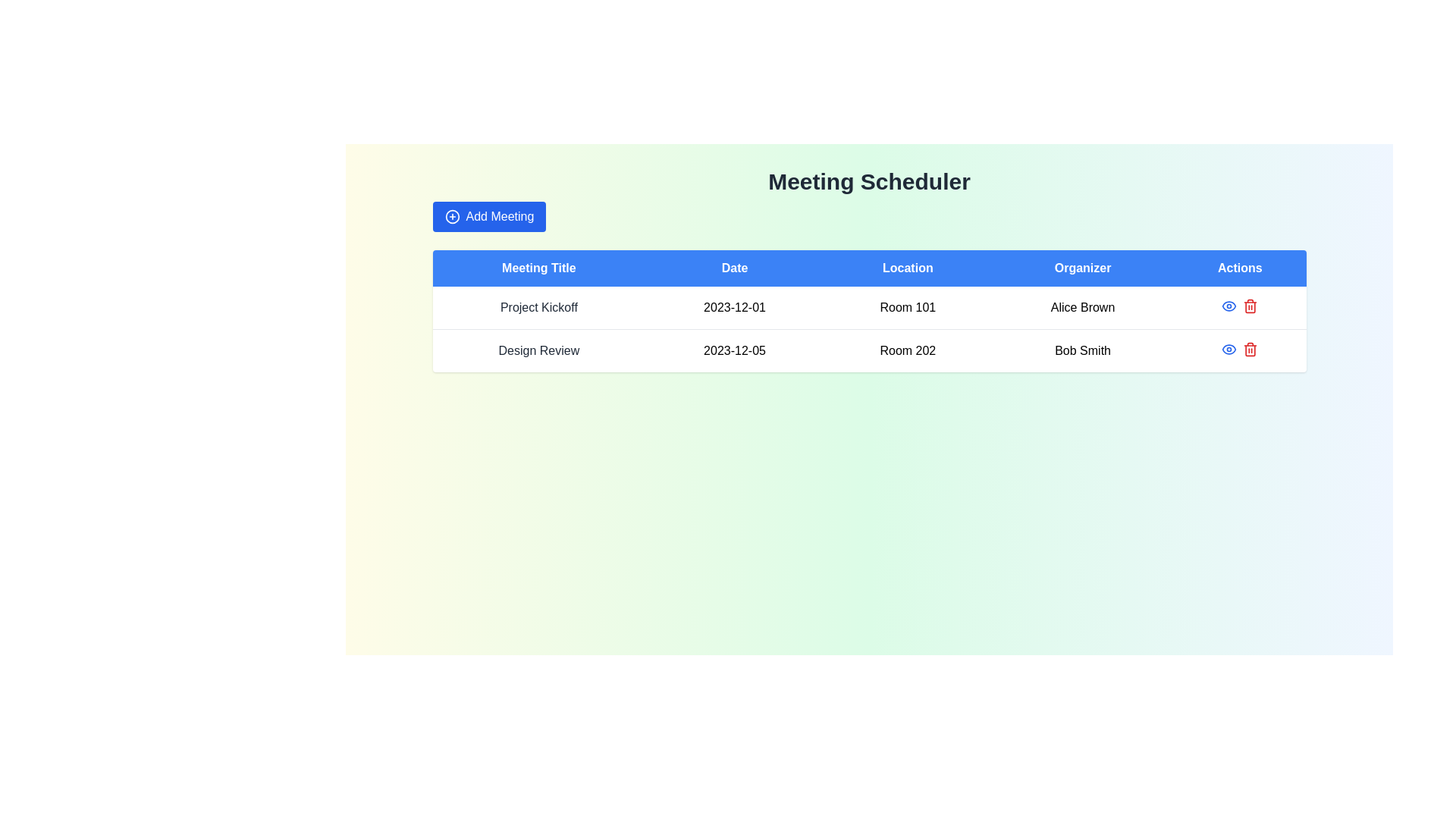 This screenshot has height=819, width=1456. Describe the element at coordinates (1250, 350) in the screenshot. I see `the red trash bin icon in the second row of the table under the 'Actions' column` at that location.